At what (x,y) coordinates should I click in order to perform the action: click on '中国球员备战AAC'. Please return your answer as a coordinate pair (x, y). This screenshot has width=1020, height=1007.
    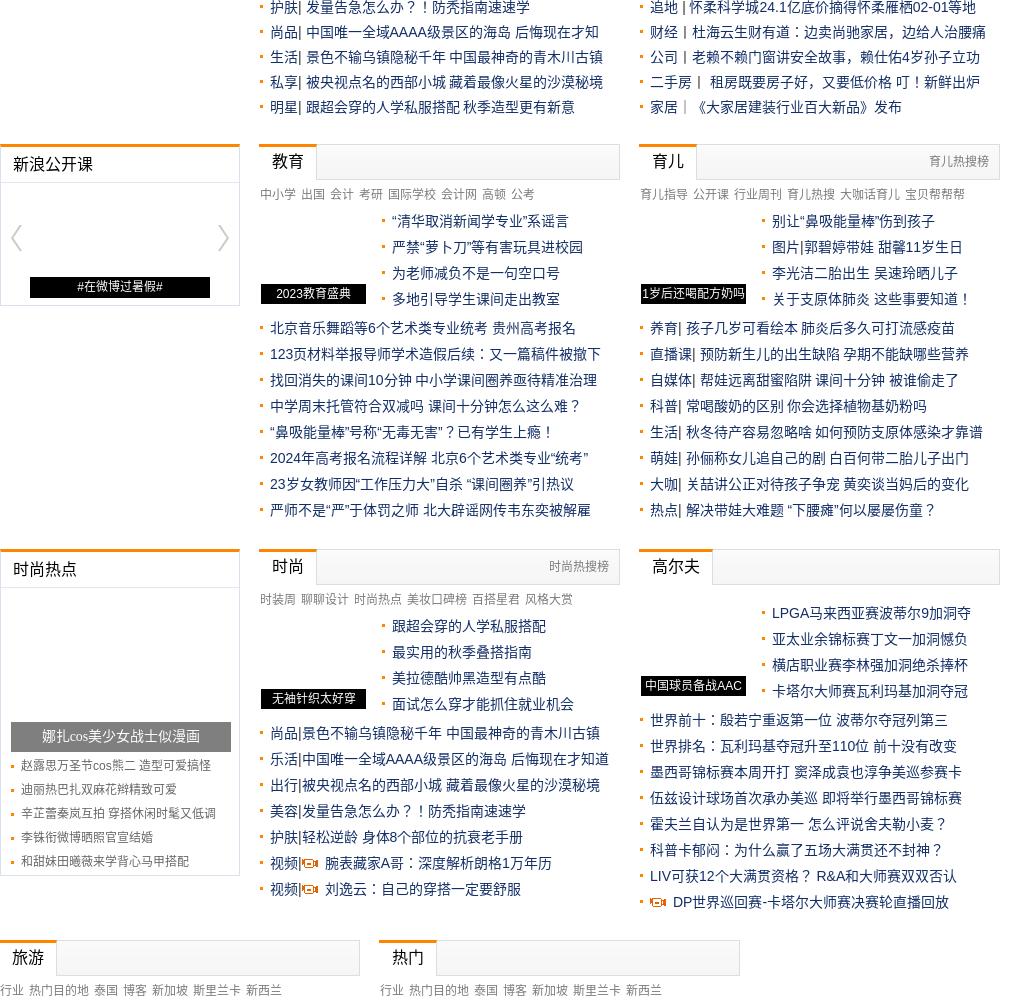
    Looking at the image, I should click on (691, 684).